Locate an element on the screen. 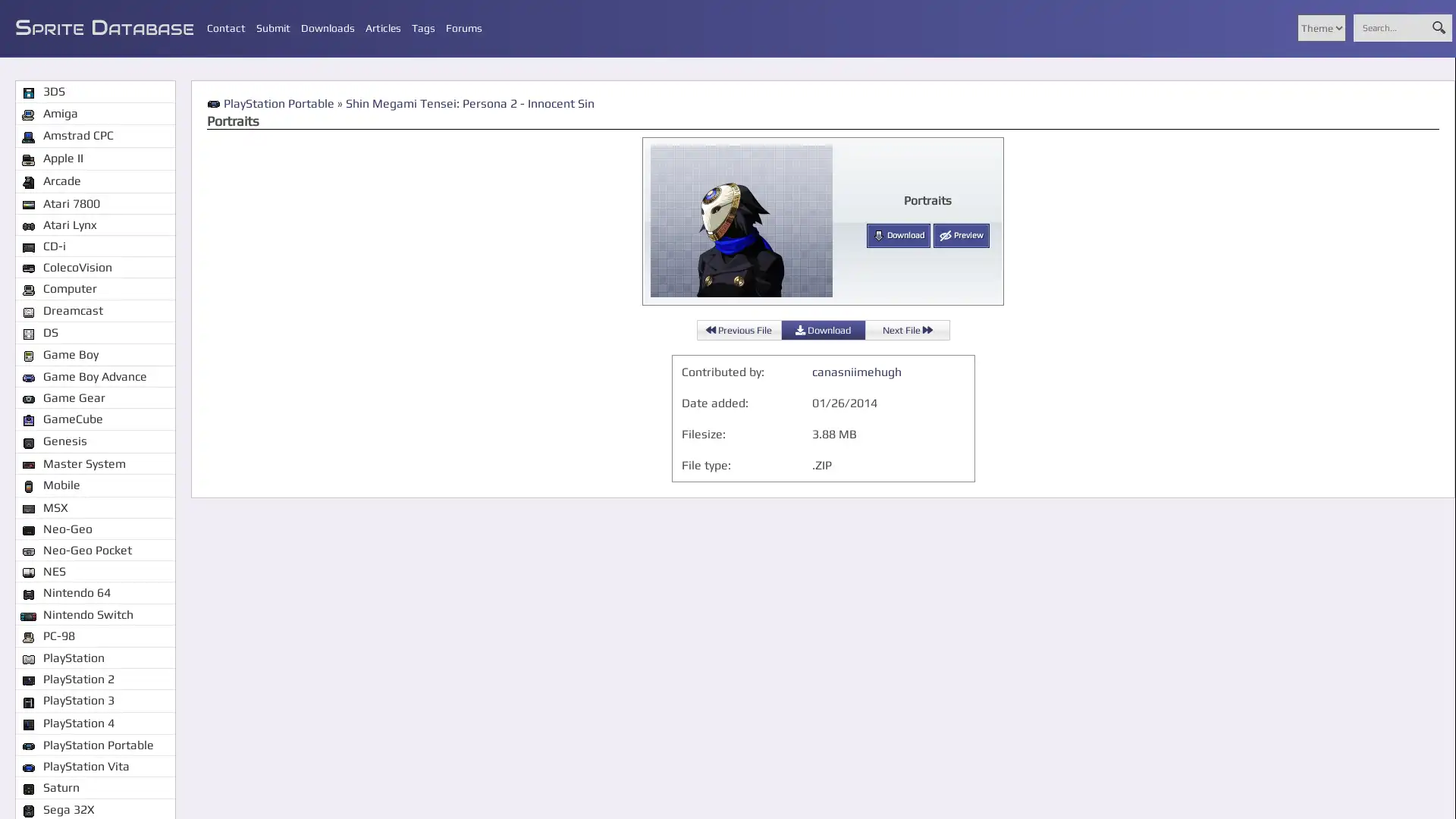 This screenshot has height=819, width=1456. Preview is located at coordinates (960, 236).